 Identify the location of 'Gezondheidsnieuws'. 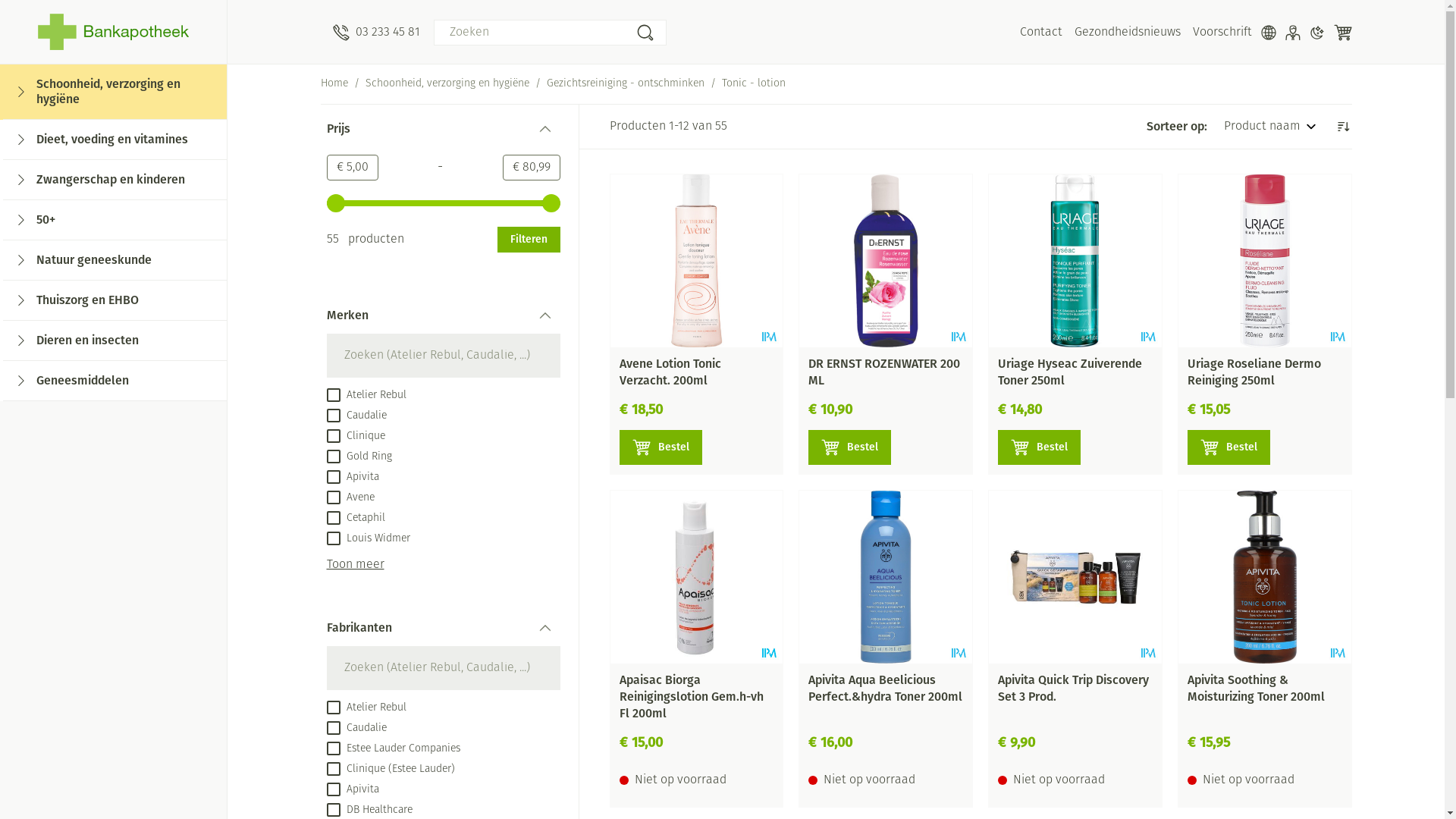
(1127, 32).